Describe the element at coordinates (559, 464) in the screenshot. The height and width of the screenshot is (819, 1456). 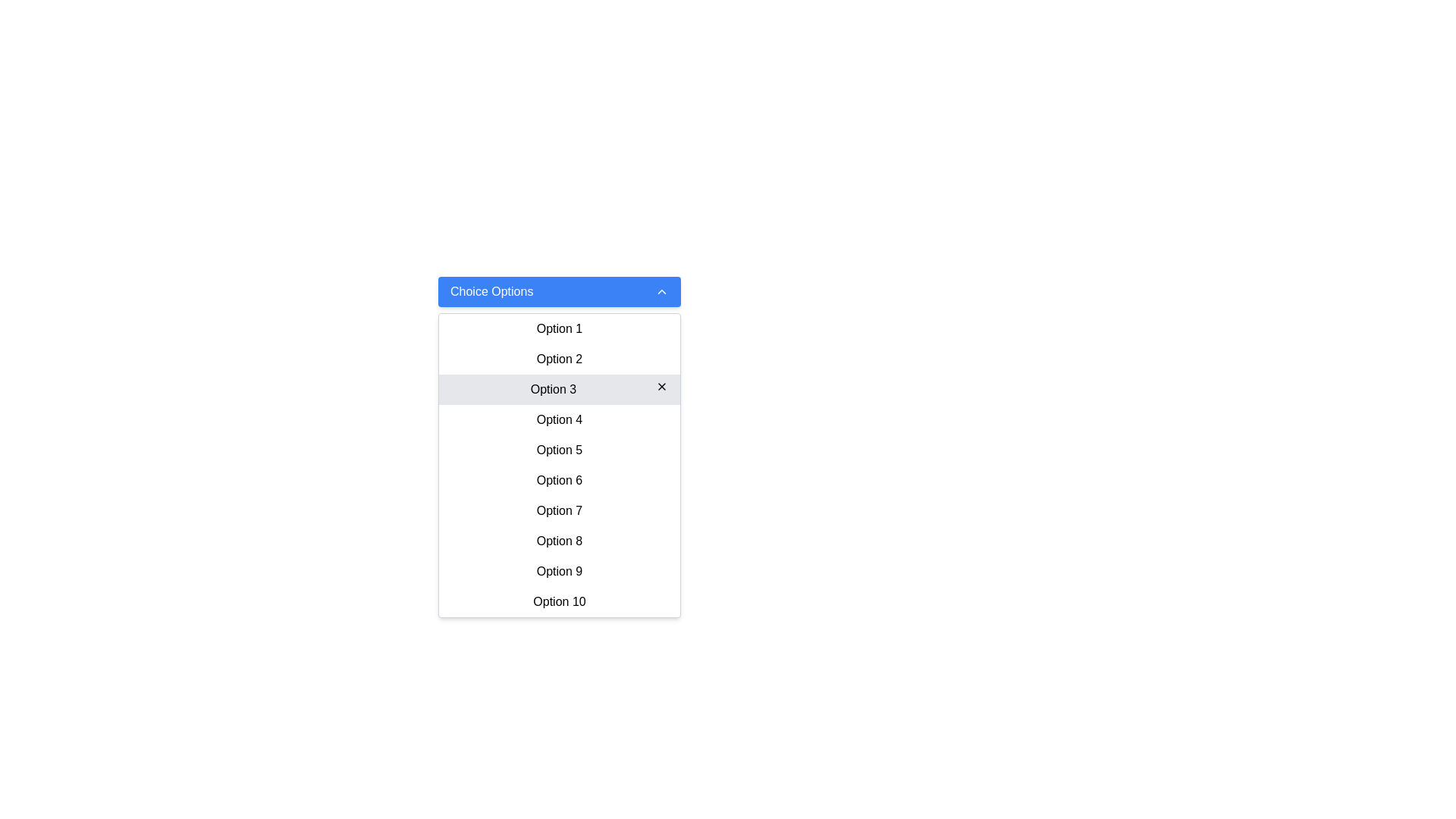
I see `the 'Option 6' item in the dropdown menu titled 'Choice Options'` at that location.